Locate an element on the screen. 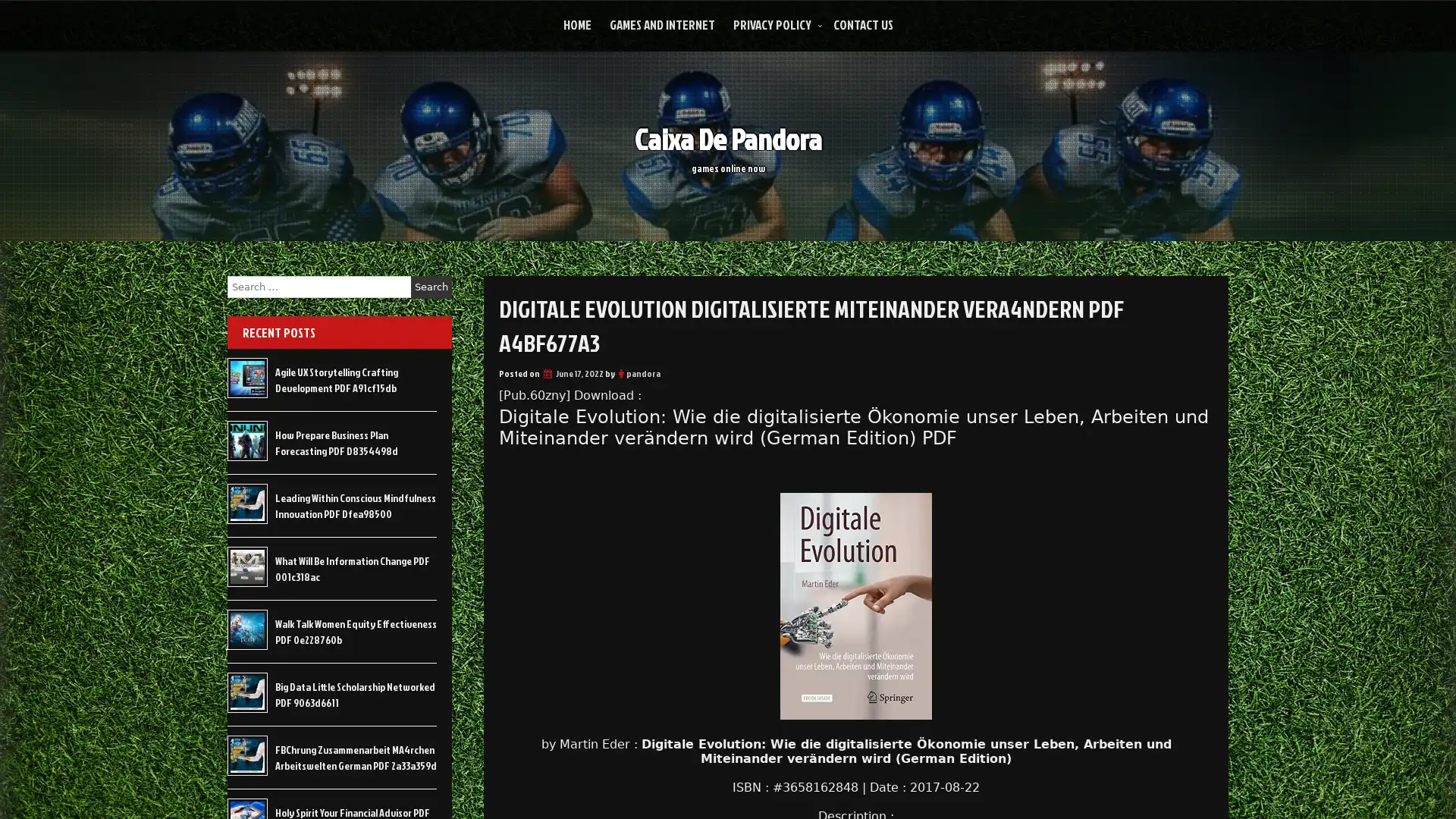 The height and width of the screenshot is (819, 1456). Search is located at coordinates (431, 287).